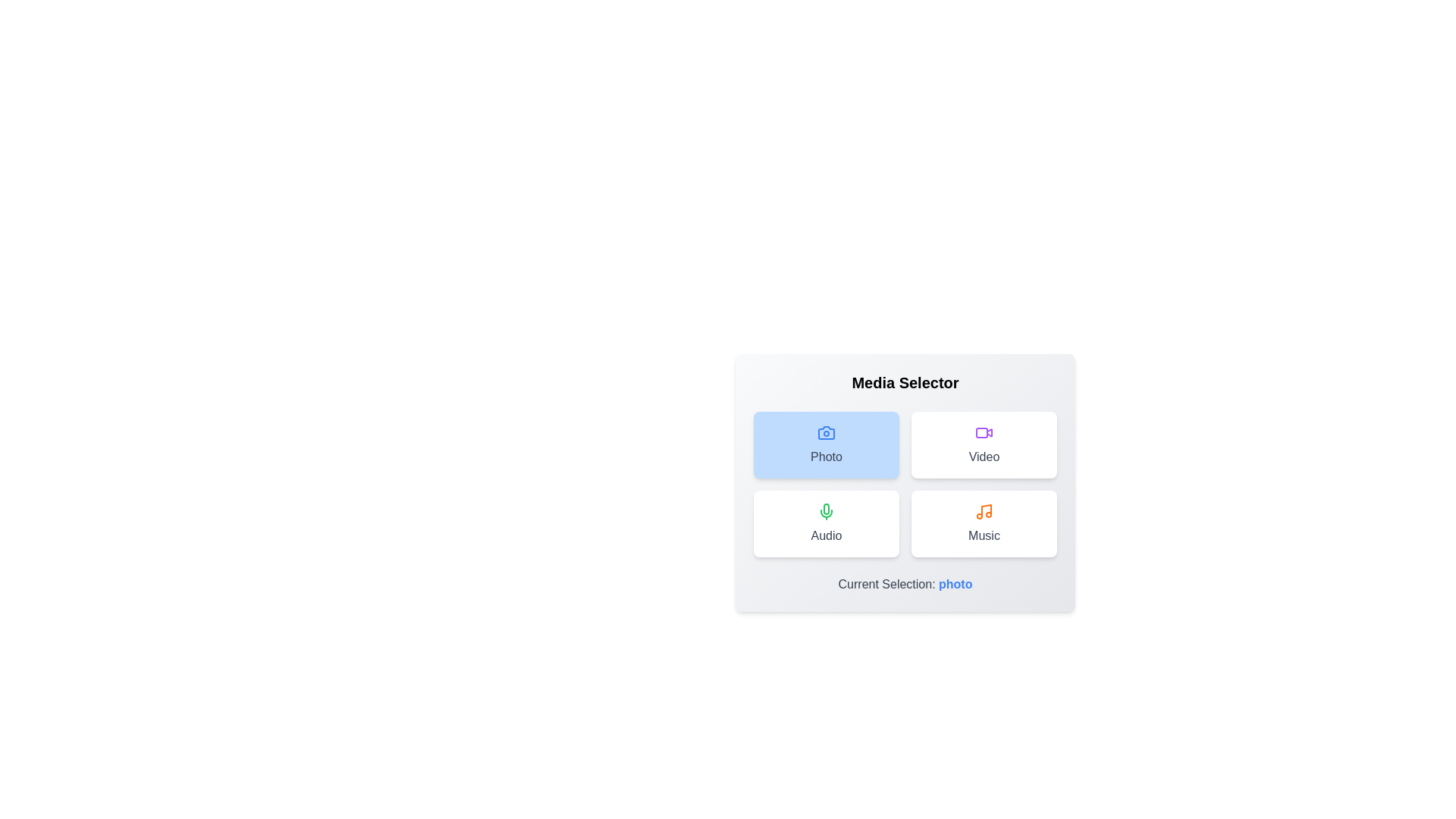 The height and width of the screenshot is (819, 1456). Describe the element at coordinates (825, 444) in the screenshot. I see `the media option buttons to see the hover effect for Photo` at that location.